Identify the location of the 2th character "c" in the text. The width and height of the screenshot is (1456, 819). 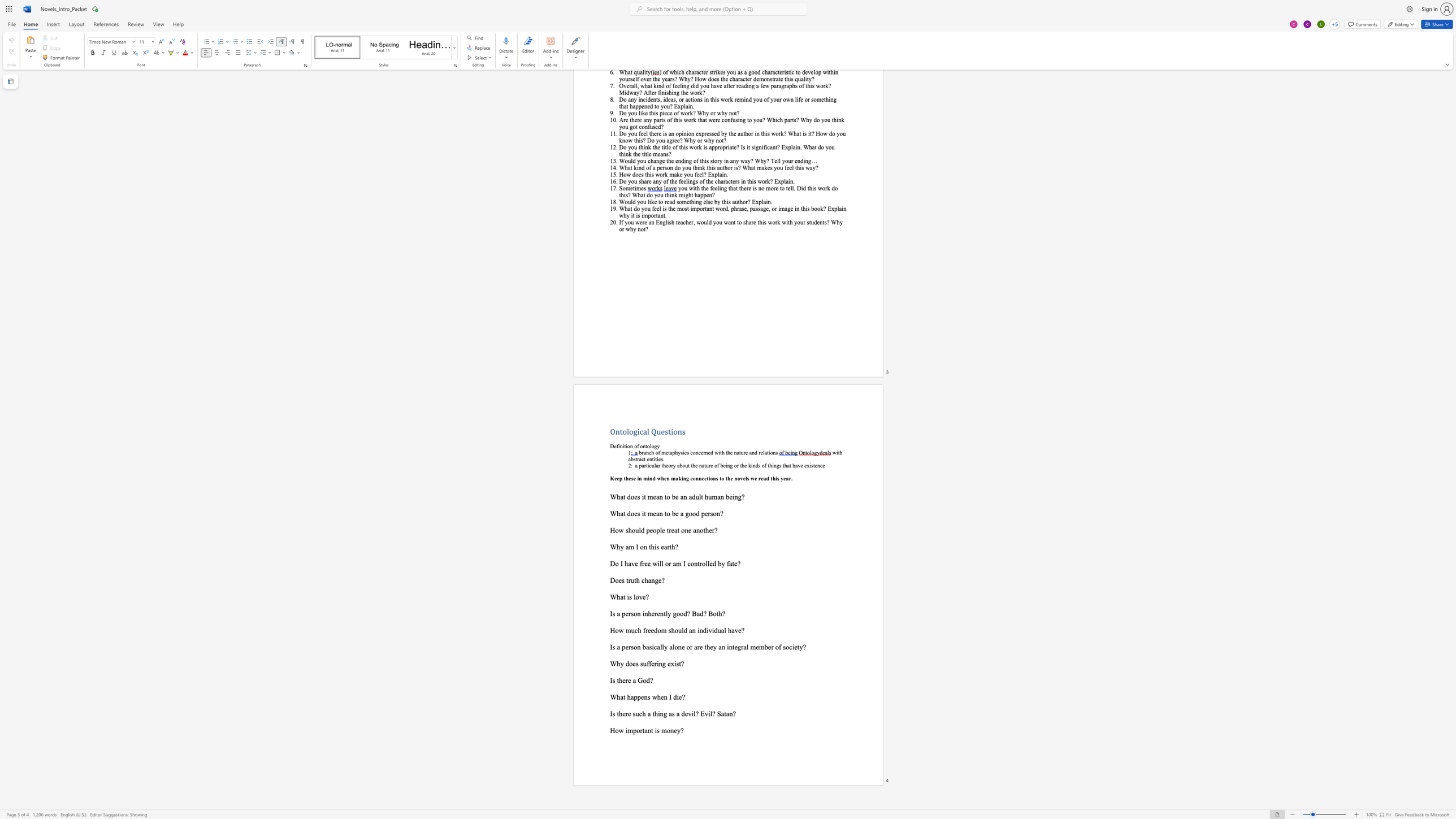
(685, 453).